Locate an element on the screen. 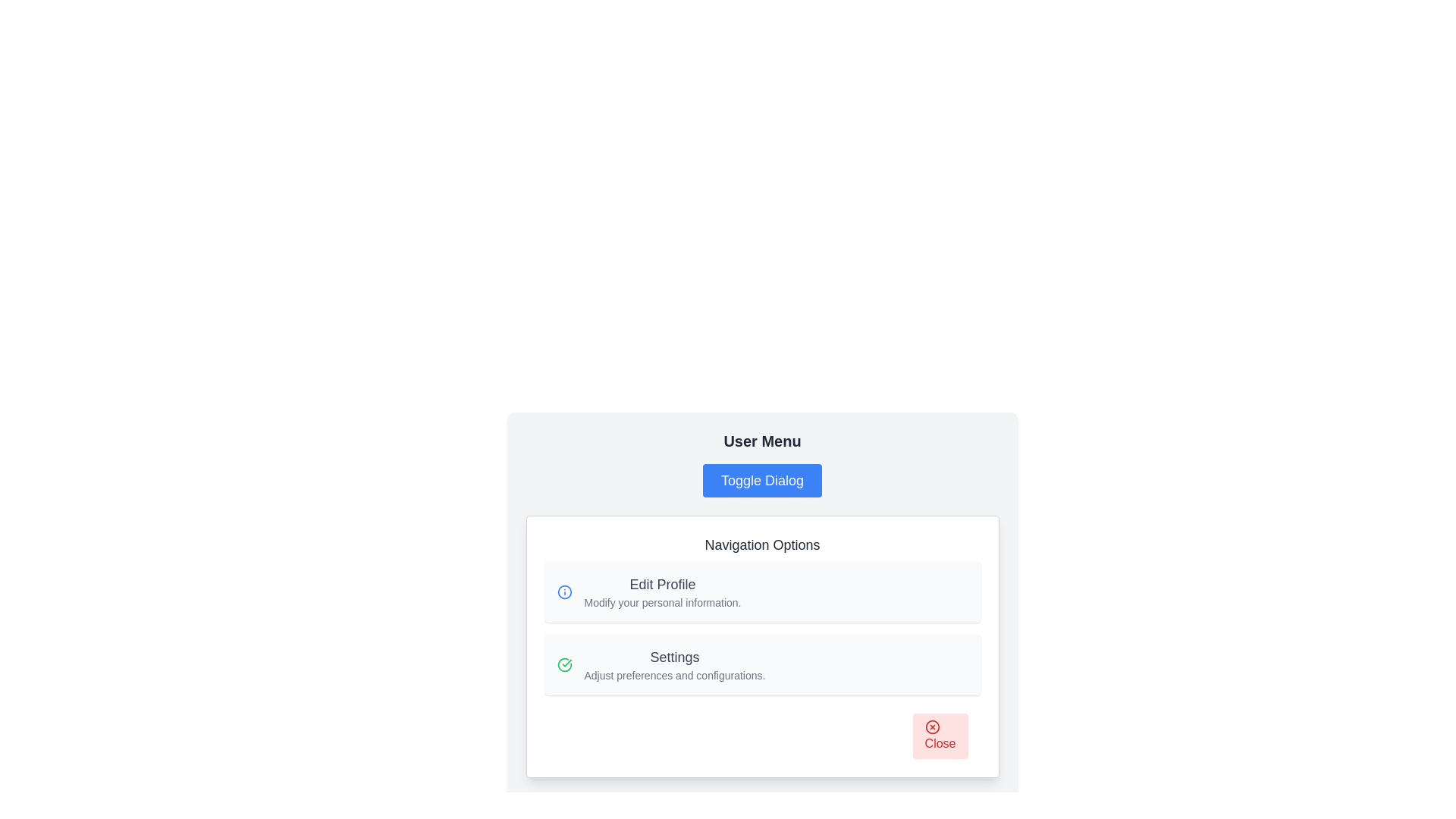  the 'Edit Profile' icon is located at coordinates (563, 591).